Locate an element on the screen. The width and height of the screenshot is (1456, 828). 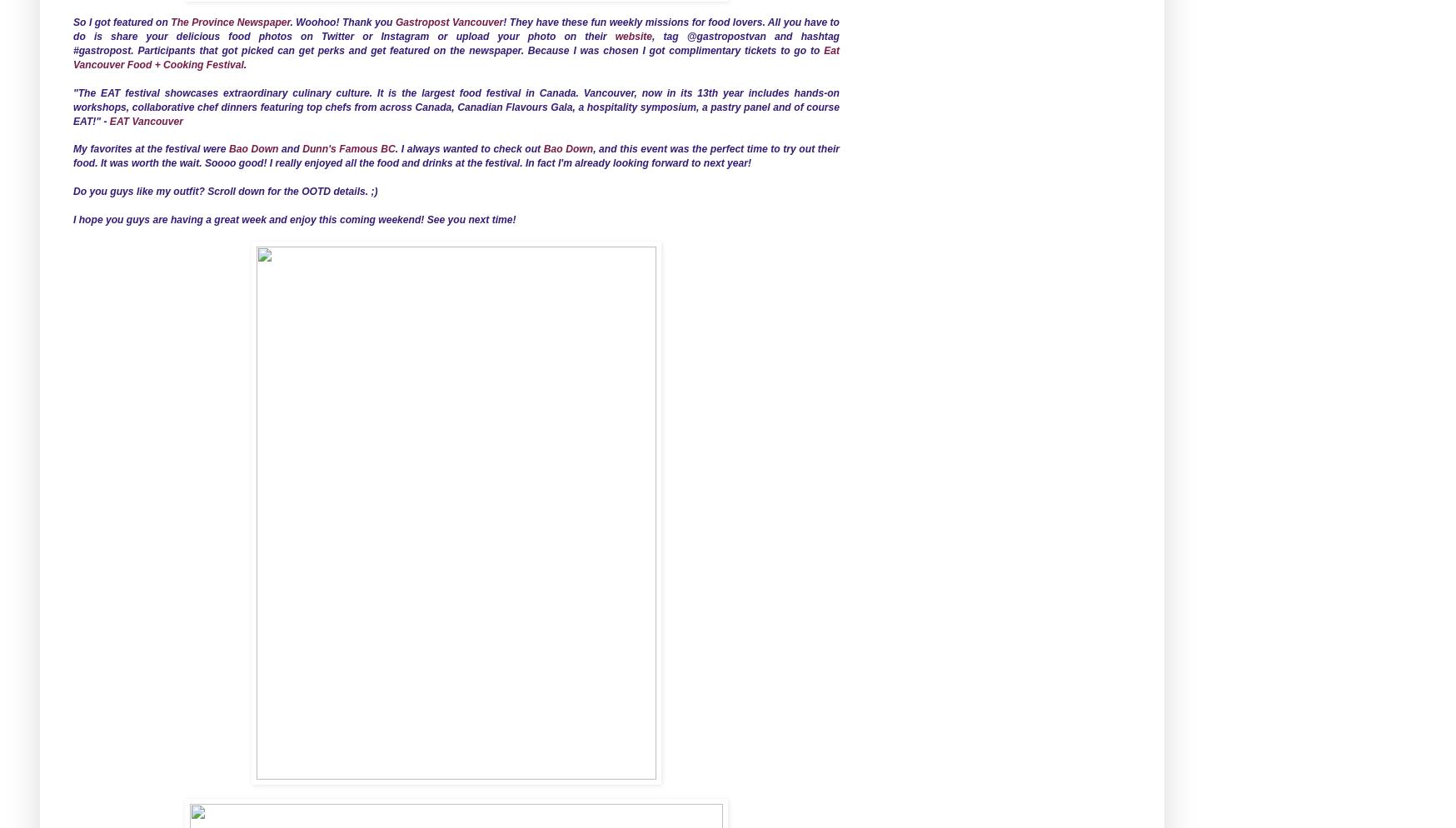
'EAT Vancouver' is located at coordinates (108, 121).